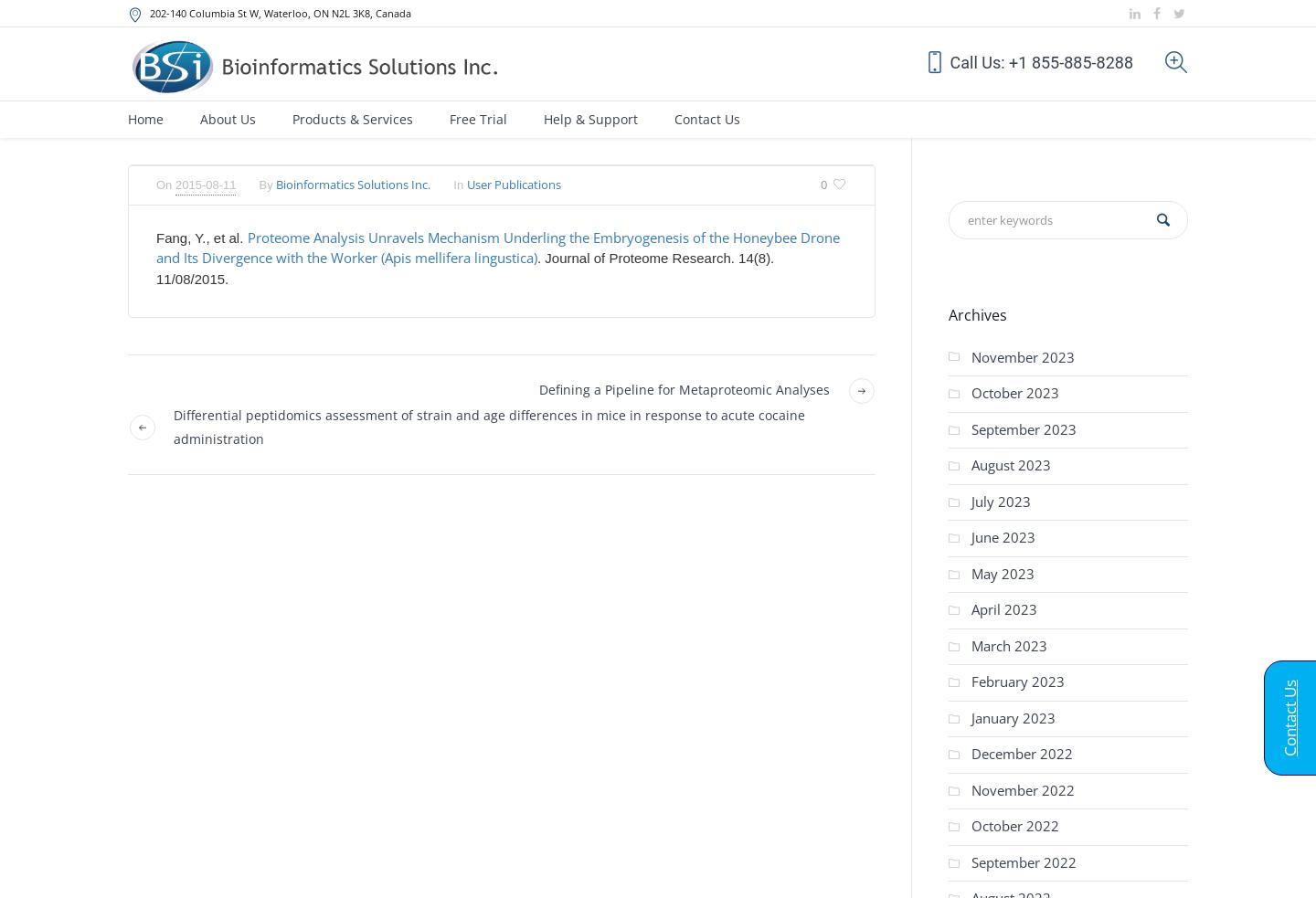  What do you see at coordinates (144, 118) in the screenshot?
I see `'Home'` at bounding box center [144, 118].